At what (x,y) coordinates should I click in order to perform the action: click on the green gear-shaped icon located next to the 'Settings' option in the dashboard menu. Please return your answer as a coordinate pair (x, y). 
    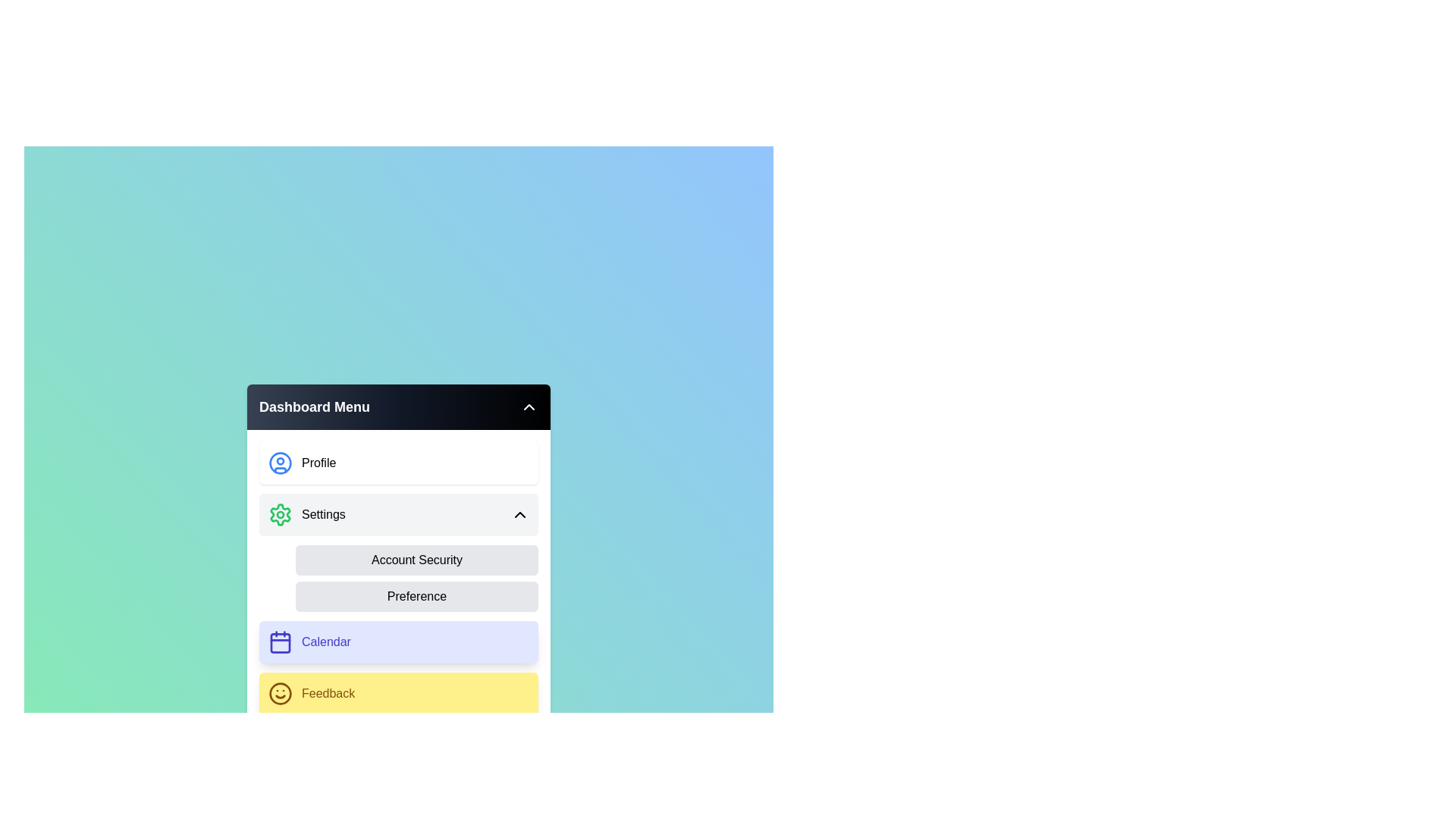
    Looking at the image, I should click on (280, 513).